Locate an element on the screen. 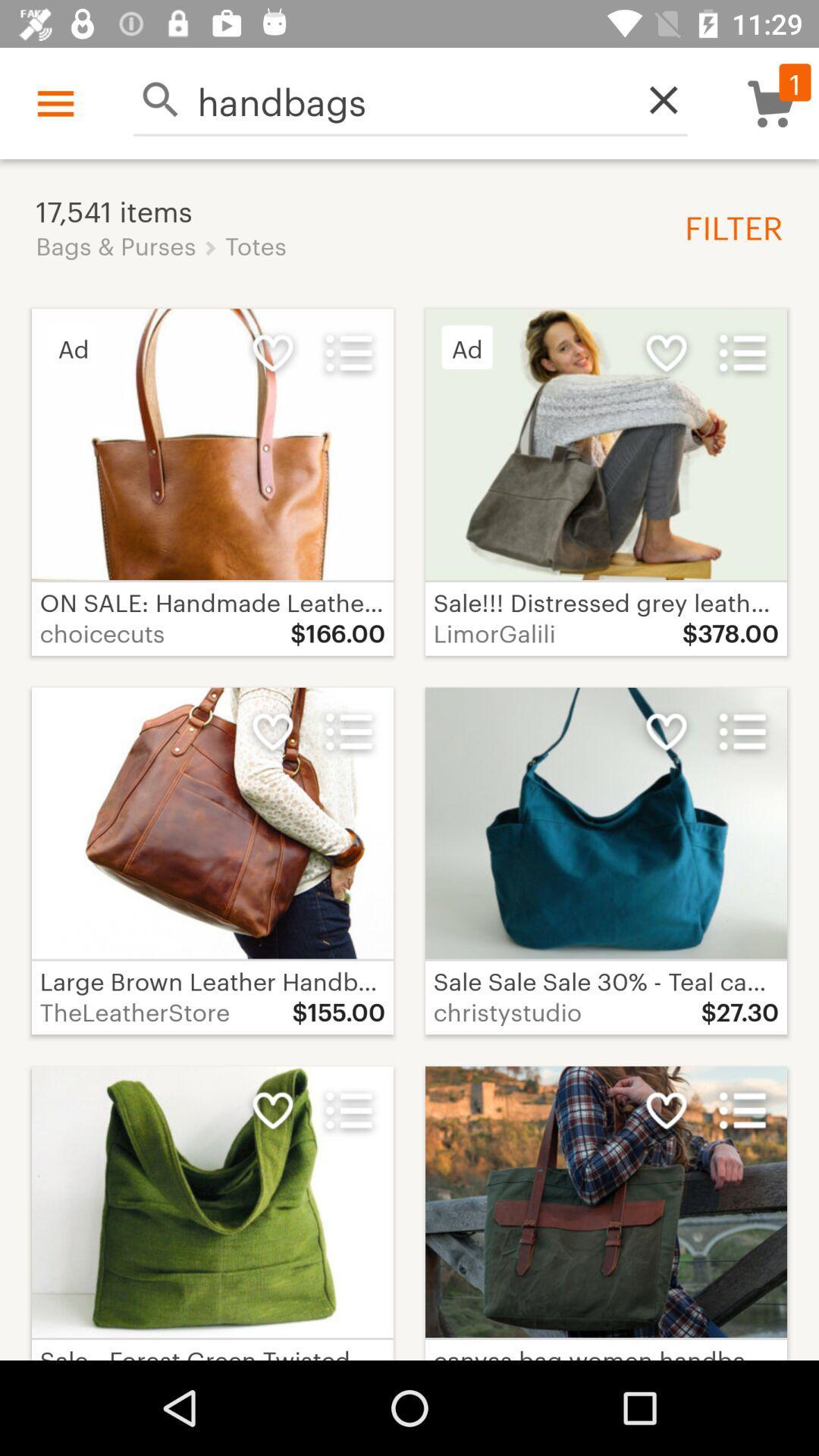 Image resolution: width=819 pixels, height=1456 pixels. item above the filter is located at coordinates (654, 99).